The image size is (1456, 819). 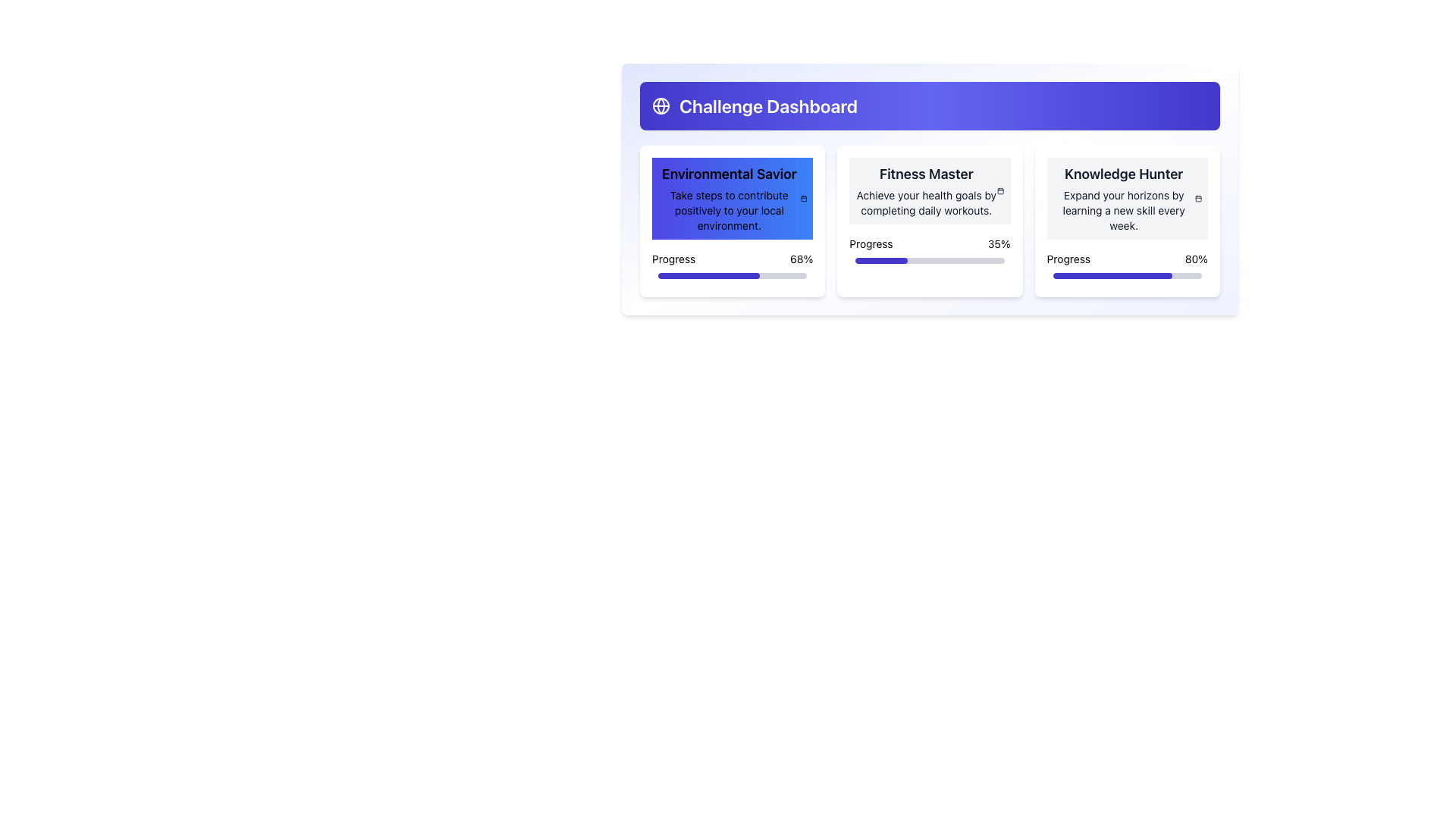 What do you see at coordinates (1000, 190) in the screenshot?
I see `the calendar icon located at the top-right corner inside the 'Fitness Master' card` at bounding box center [1000, 190].